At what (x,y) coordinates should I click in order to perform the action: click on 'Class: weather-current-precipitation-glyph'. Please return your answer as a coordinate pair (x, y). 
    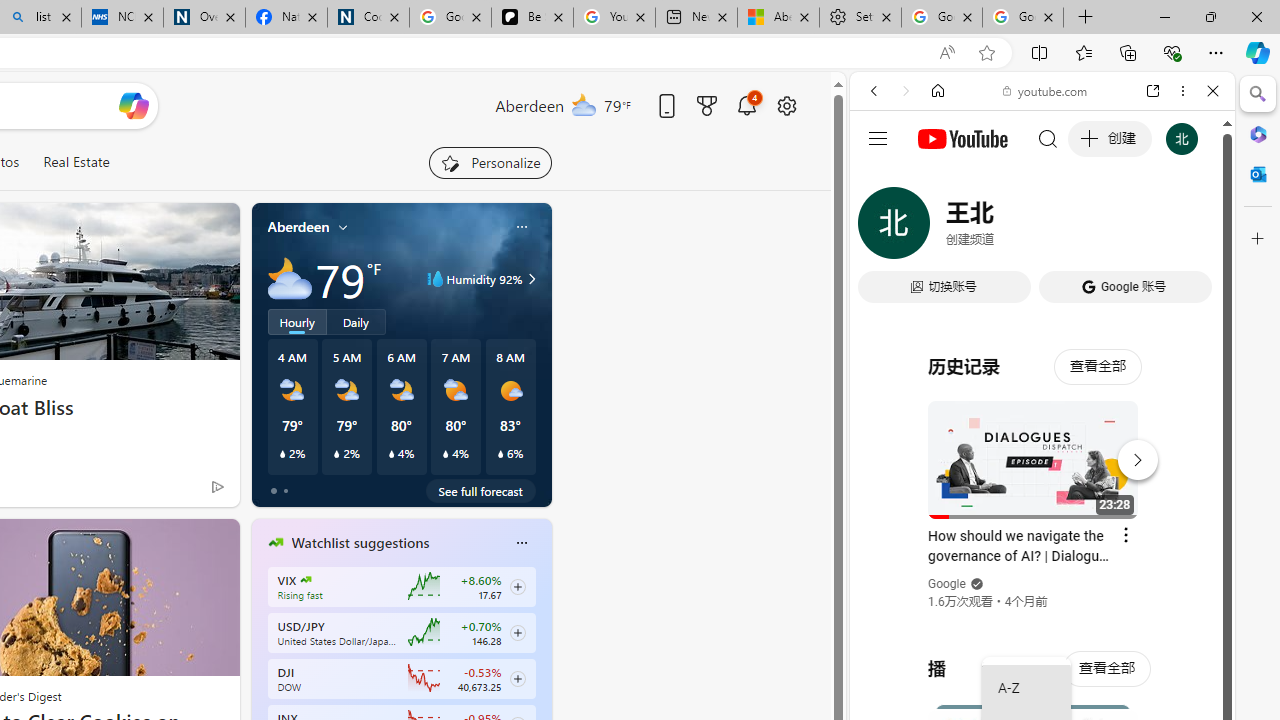
    Looking at the image, I should click on (500, 453).